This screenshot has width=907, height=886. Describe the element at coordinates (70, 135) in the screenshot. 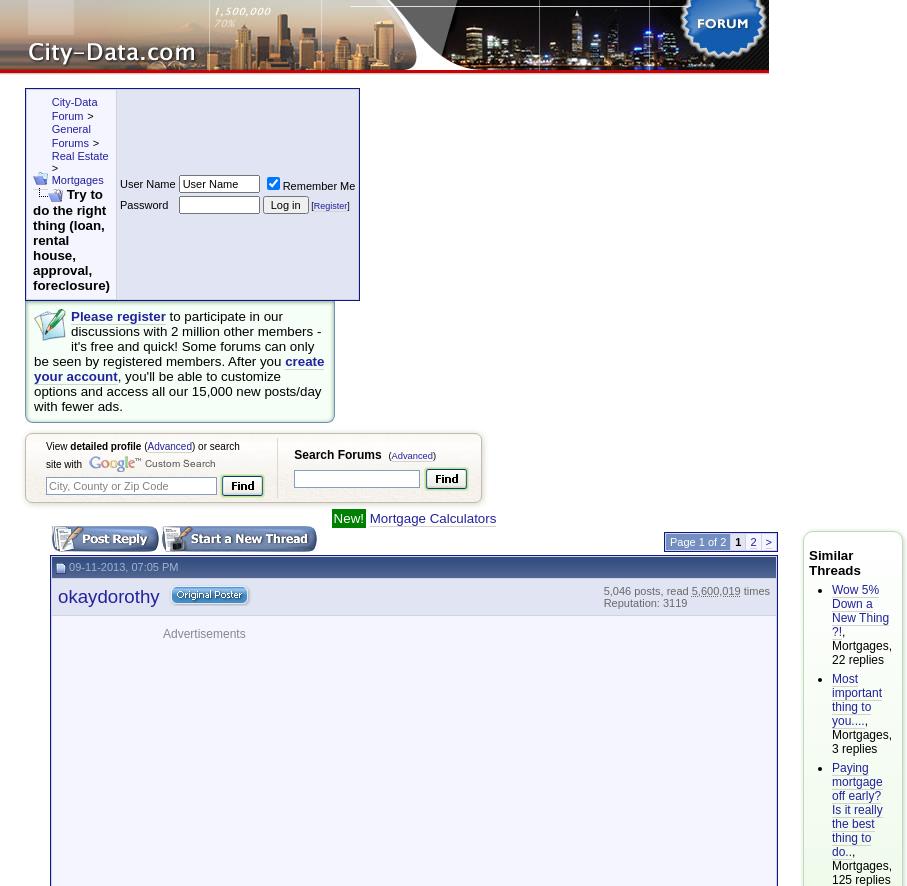

I see `'General Forums'` at that location.